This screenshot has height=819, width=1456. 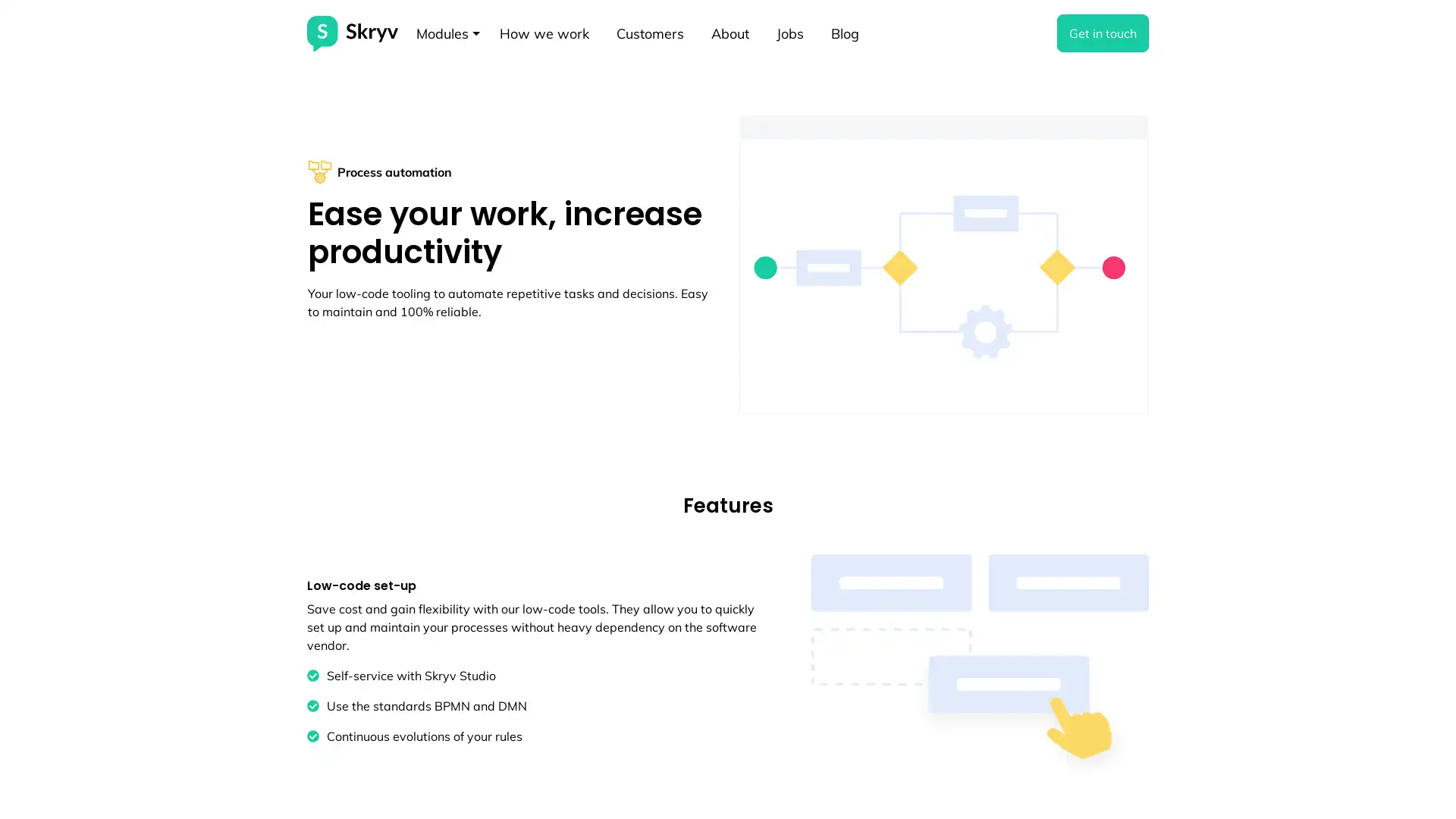 I want to click on Get in touch, so click(x=1103, y=33).